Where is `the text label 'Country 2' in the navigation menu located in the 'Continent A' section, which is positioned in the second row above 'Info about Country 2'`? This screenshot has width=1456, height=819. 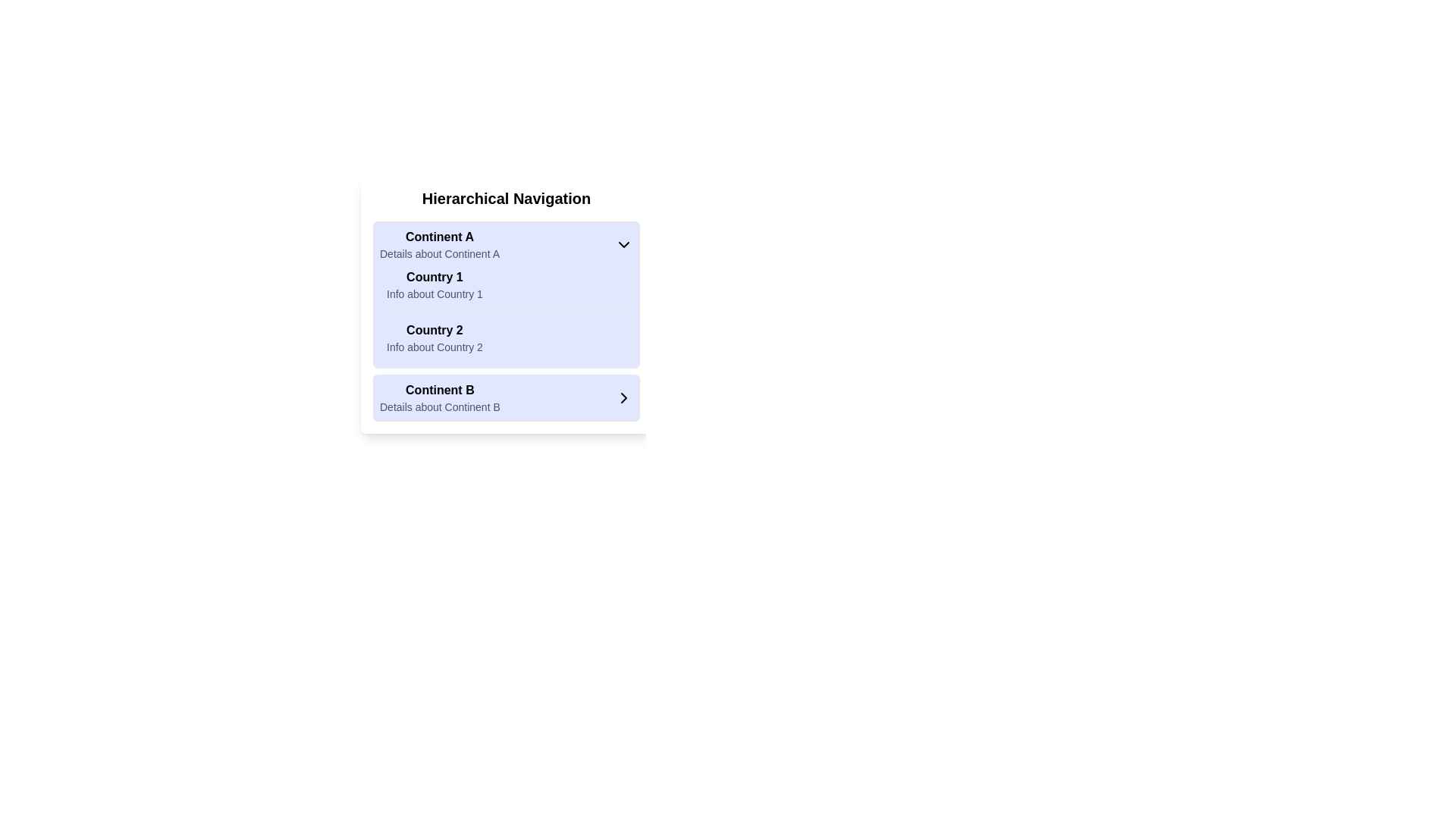
the text label 'Country 2' in the navigation menu located in the 'Continent A' section, which is positioned in the second row above 'Info about Country 2' is located at coordinates (434, 329).